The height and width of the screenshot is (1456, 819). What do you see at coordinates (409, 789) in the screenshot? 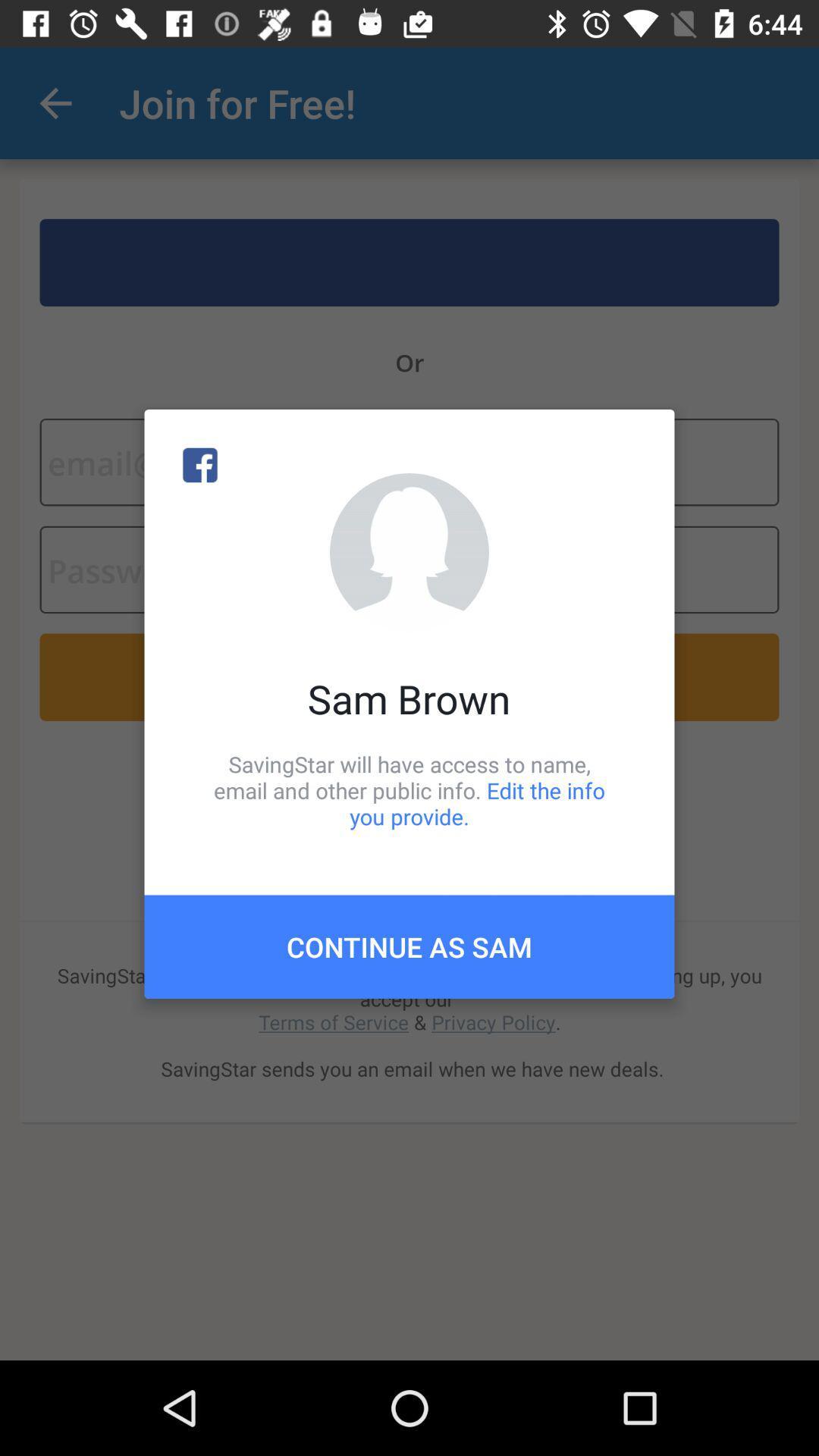
I see `icon above the continue as sam icon` at bounding box center [409, 789].